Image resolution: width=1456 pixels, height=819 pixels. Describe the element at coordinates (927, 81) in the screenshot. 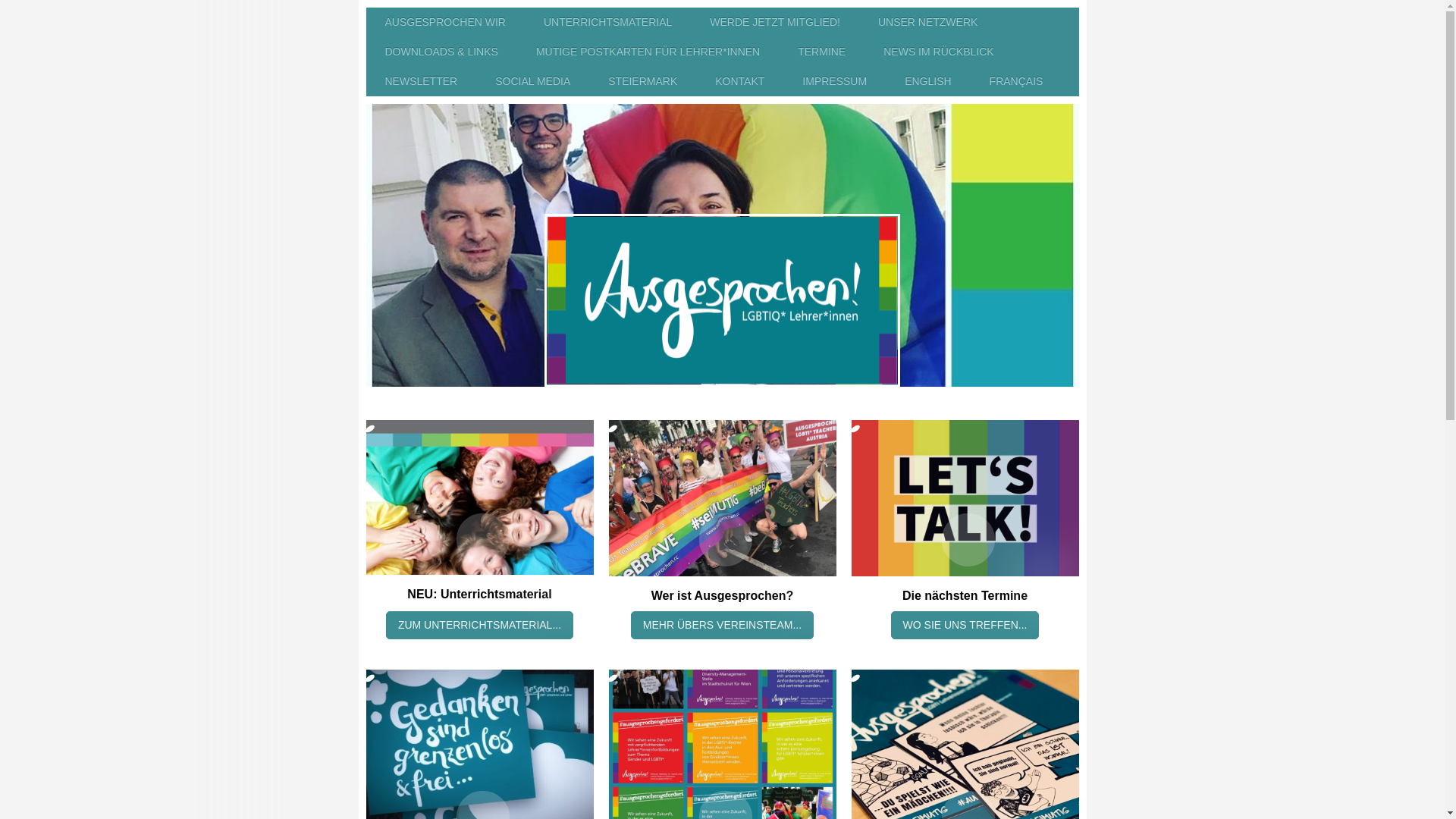

I see `'ENGLISH'` at that location.